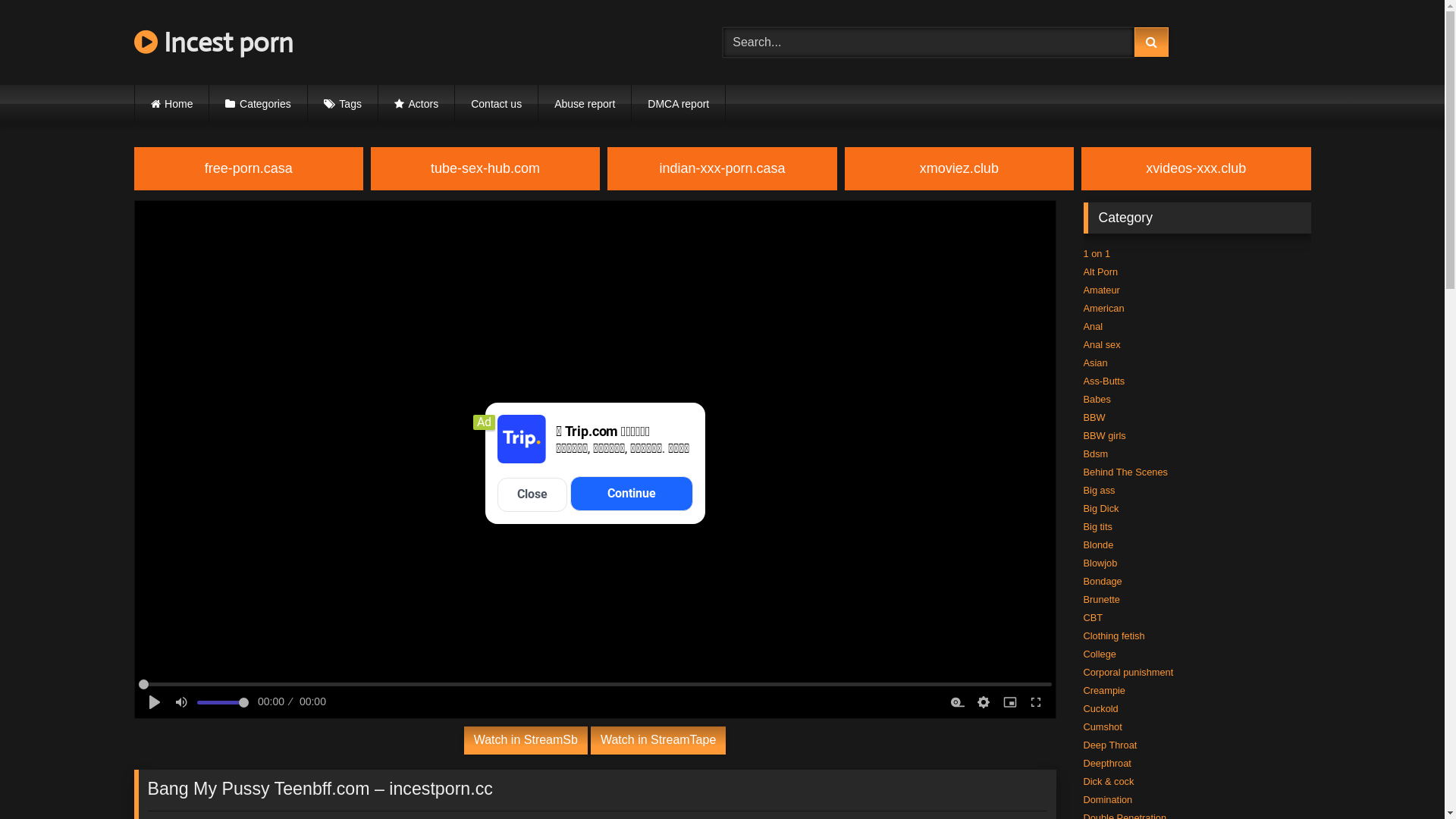 This screenshot has height=819, width=1456. Describe the element at coordinates (484, 168) in the screenshot. I see `'tube-sex-hub.com'` at that location.